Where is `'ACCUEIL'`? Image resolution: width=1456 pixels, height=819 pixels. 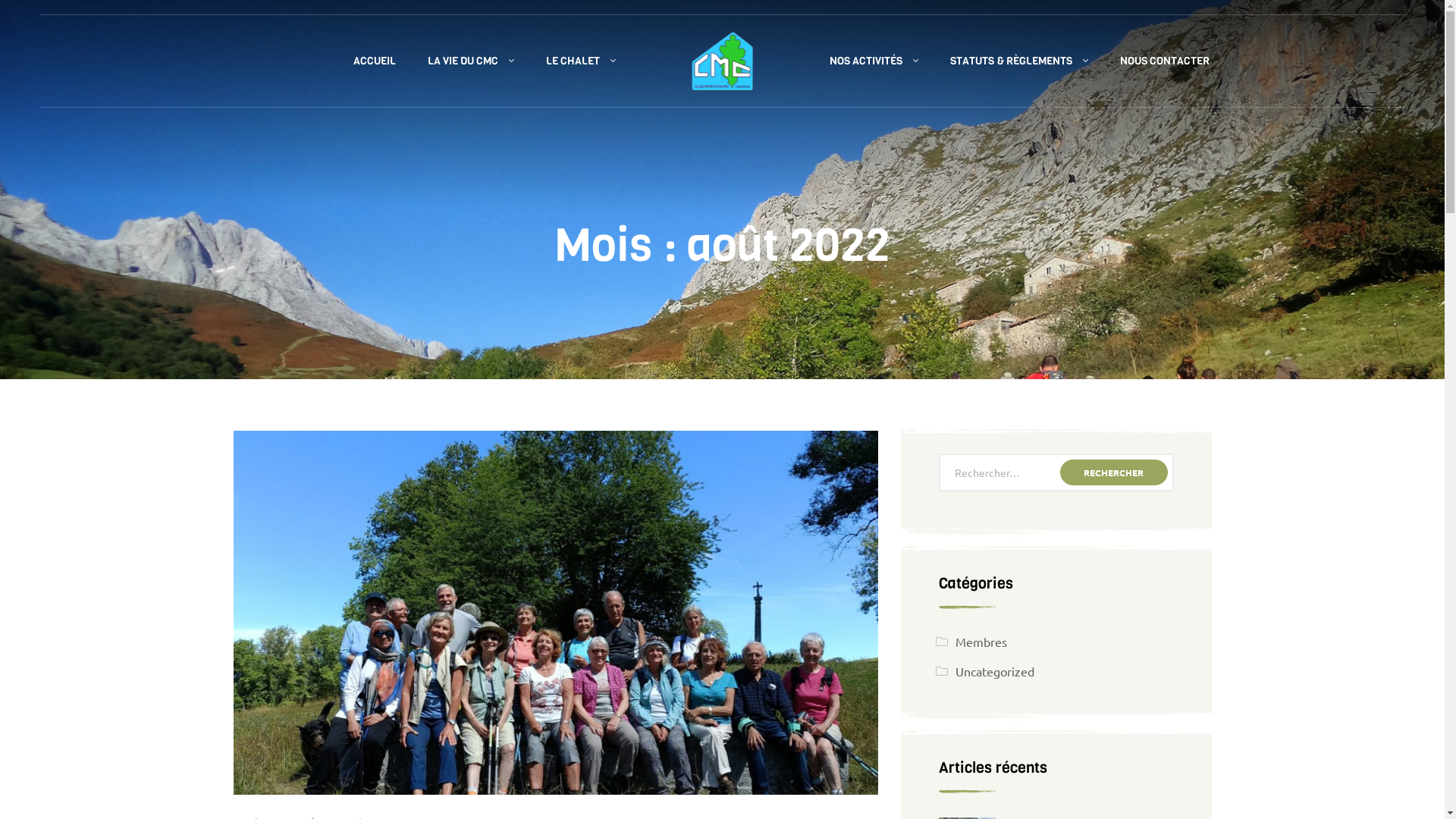
'ACCUEIL' is located at coordinates (336, 61).